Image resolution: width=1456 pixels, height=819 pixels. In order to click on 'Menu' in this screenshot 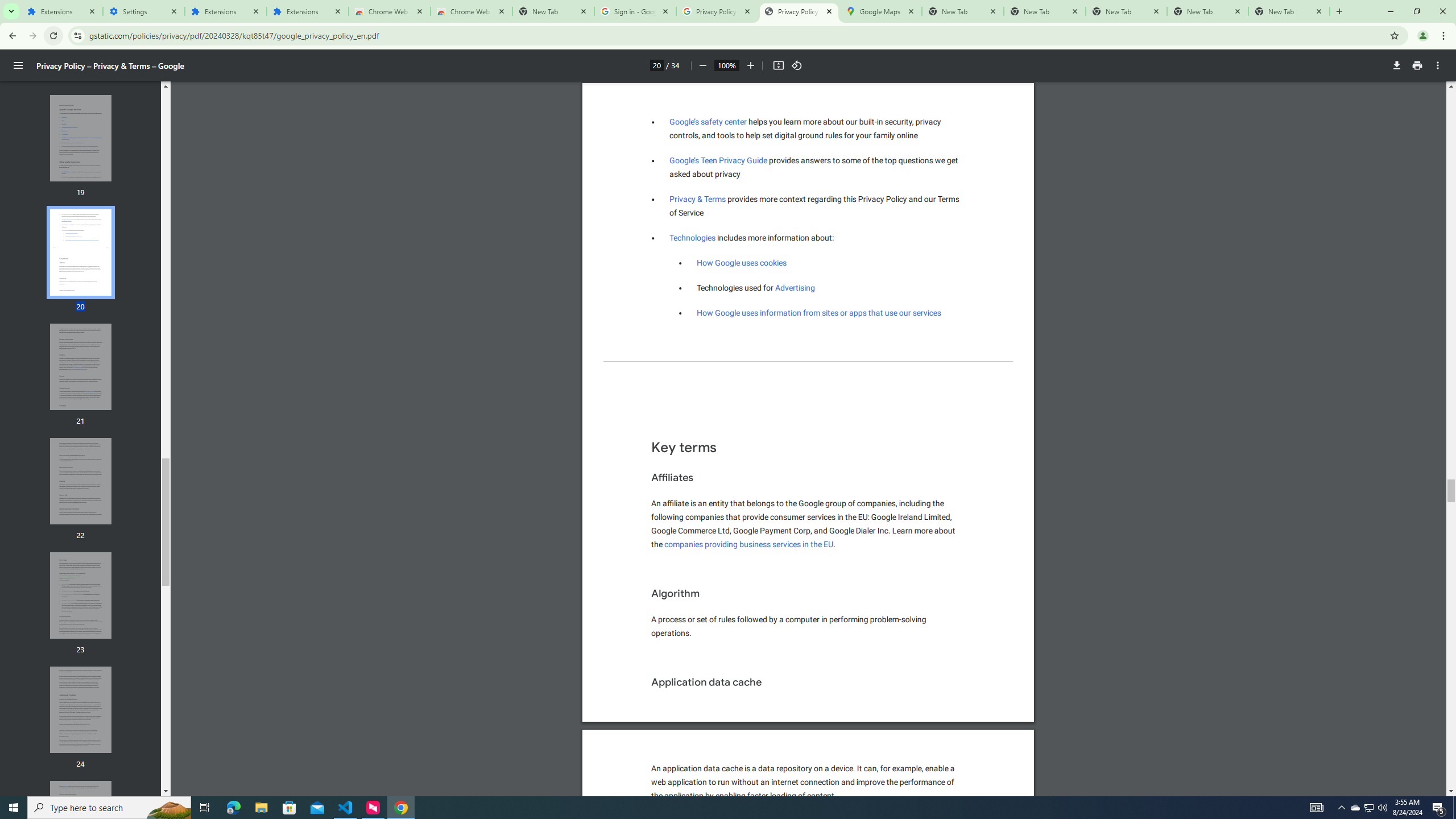, I will do `click(18, 65)`.